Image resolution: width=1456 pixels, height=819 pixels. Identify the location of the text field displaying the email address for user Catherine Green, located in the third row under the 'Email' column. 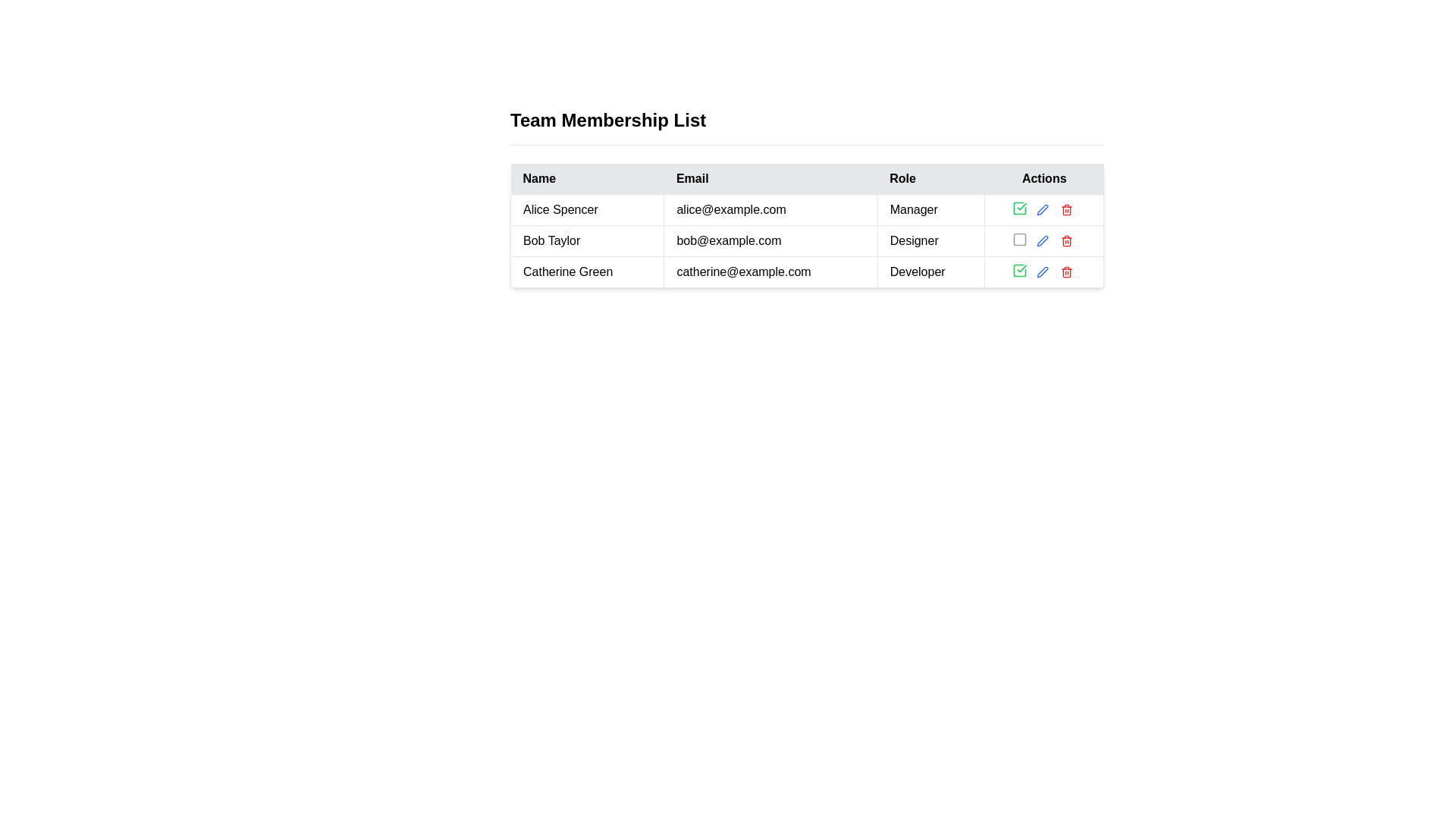
(770, 271).